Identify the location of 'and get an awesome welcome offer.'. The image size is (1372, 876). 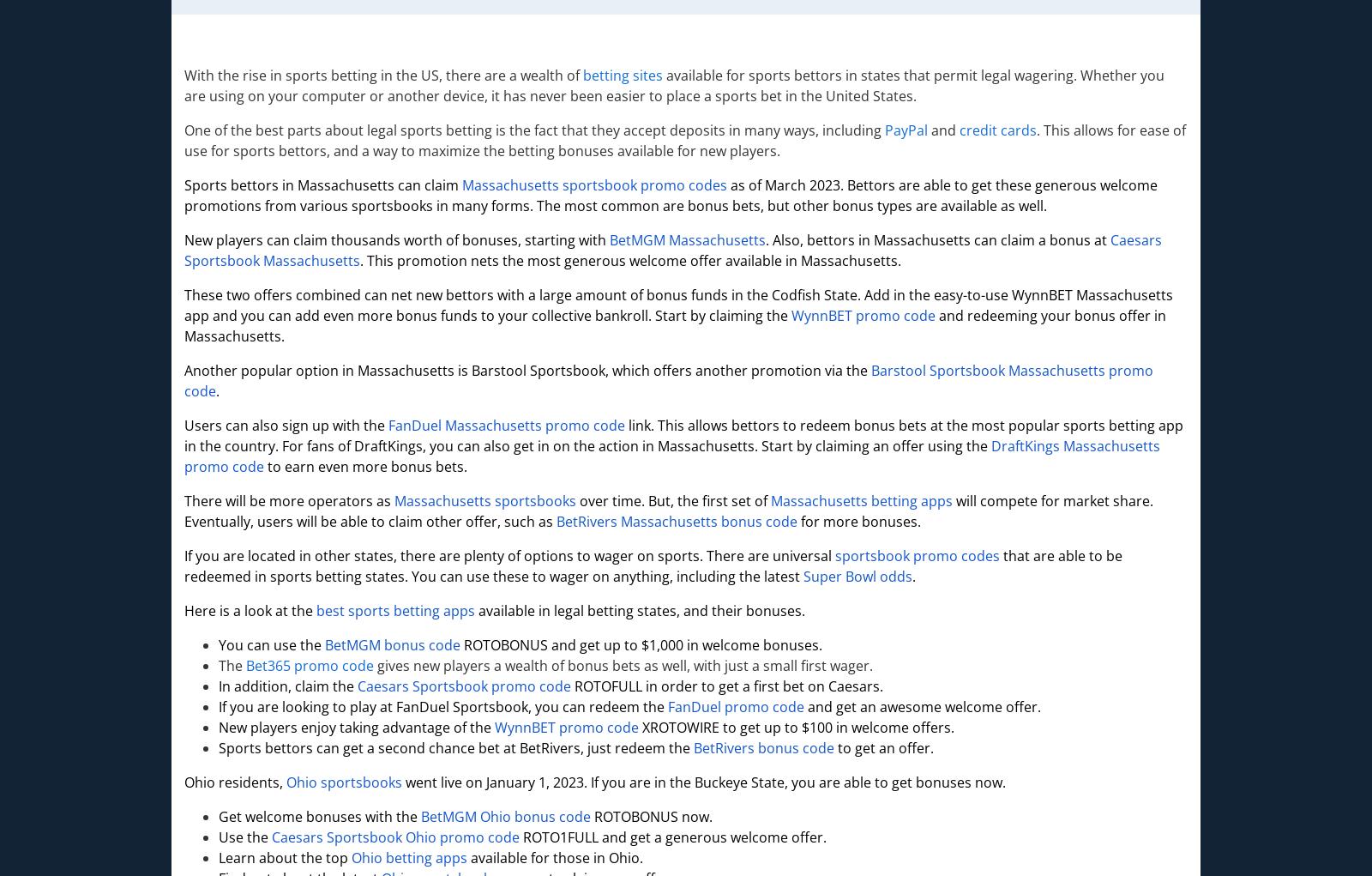
(923, 706).